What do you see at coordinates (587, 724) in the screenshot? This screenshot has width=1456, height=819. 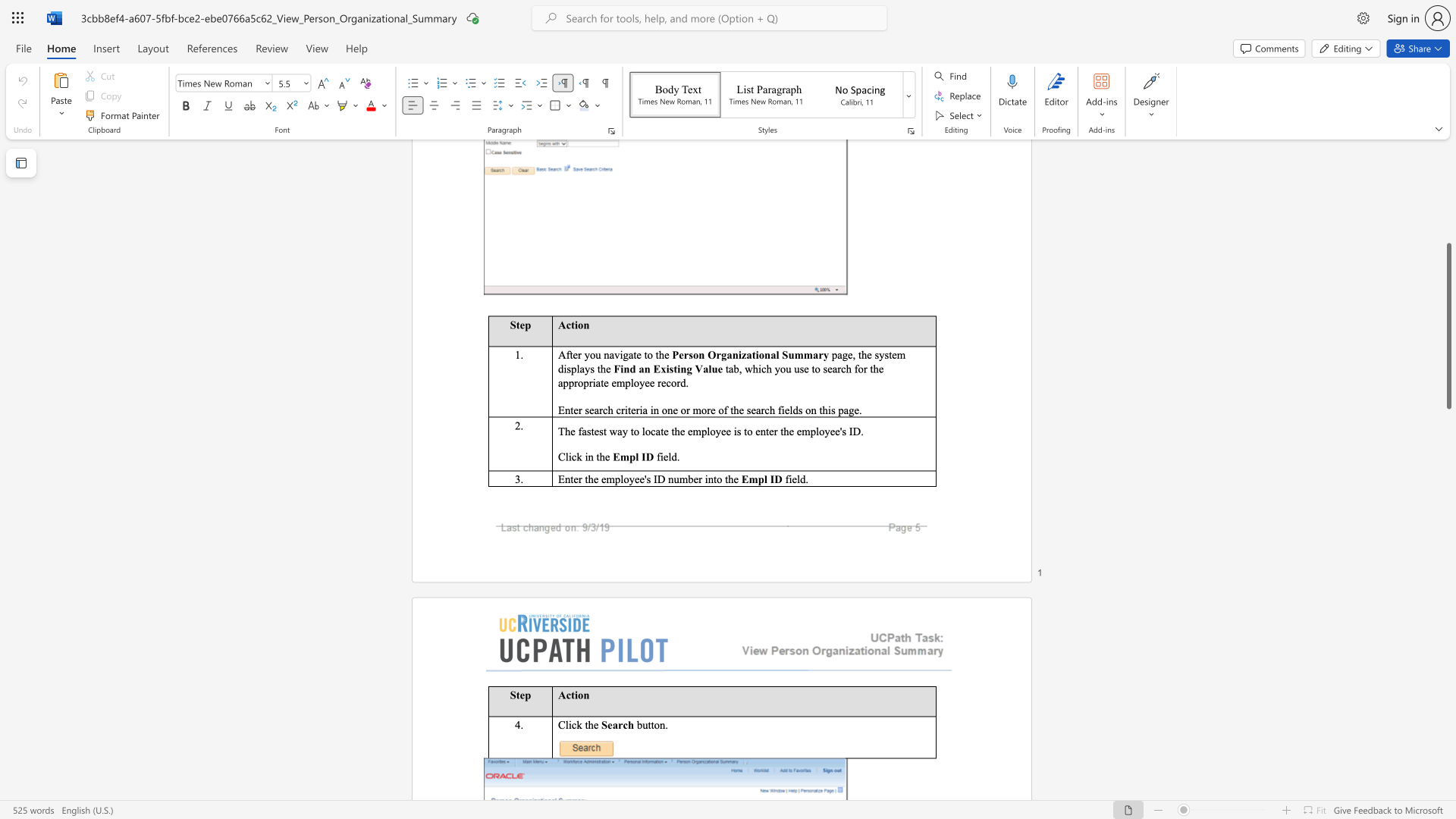 I see `the subset text "he" within the text "Click the"` at bounding box center [587, 724].